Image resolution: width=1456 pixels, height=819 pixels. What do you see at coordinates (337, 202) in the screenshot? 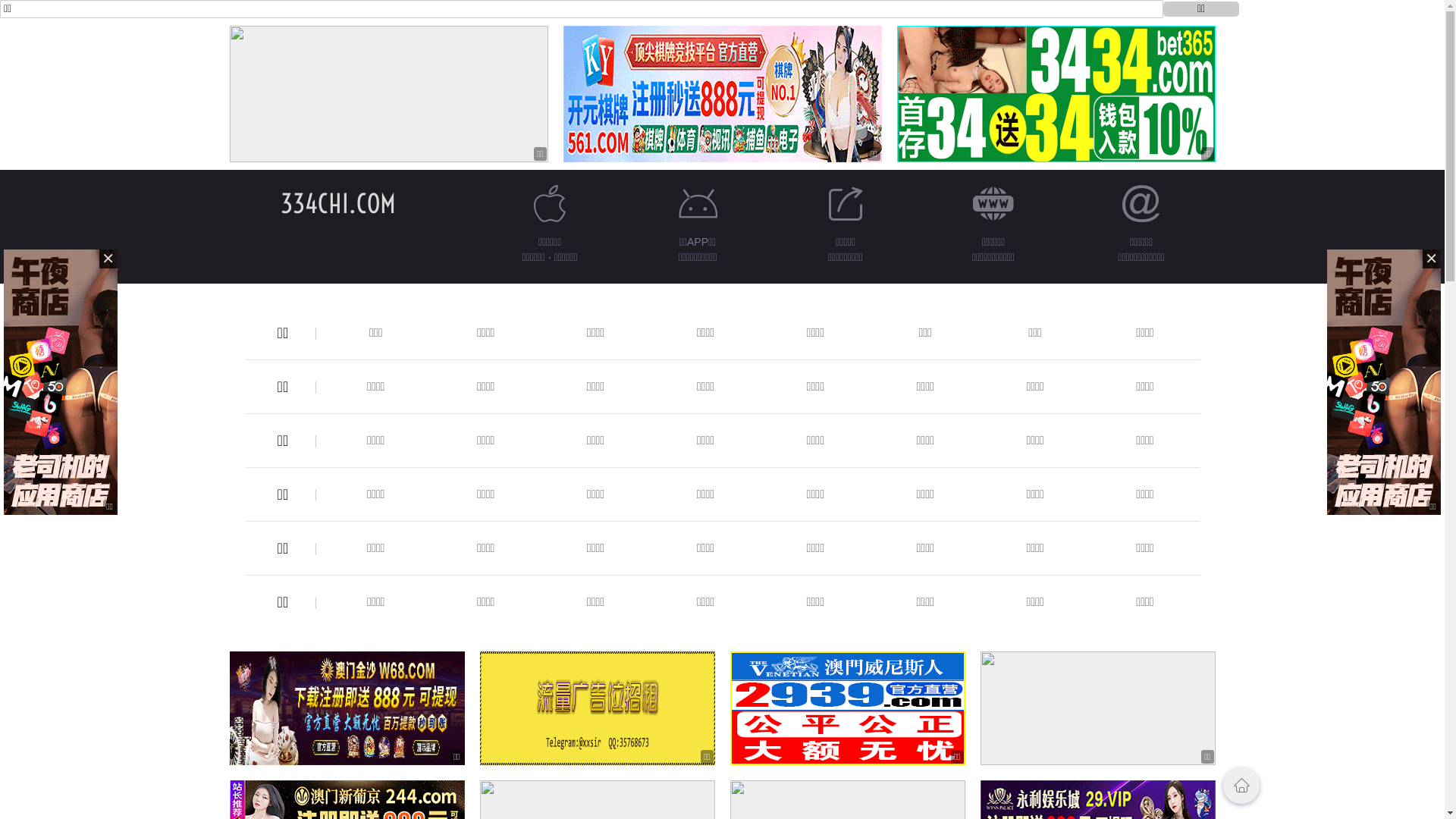
I see `'334CHI.COM'` at bounding box center [337, 202].